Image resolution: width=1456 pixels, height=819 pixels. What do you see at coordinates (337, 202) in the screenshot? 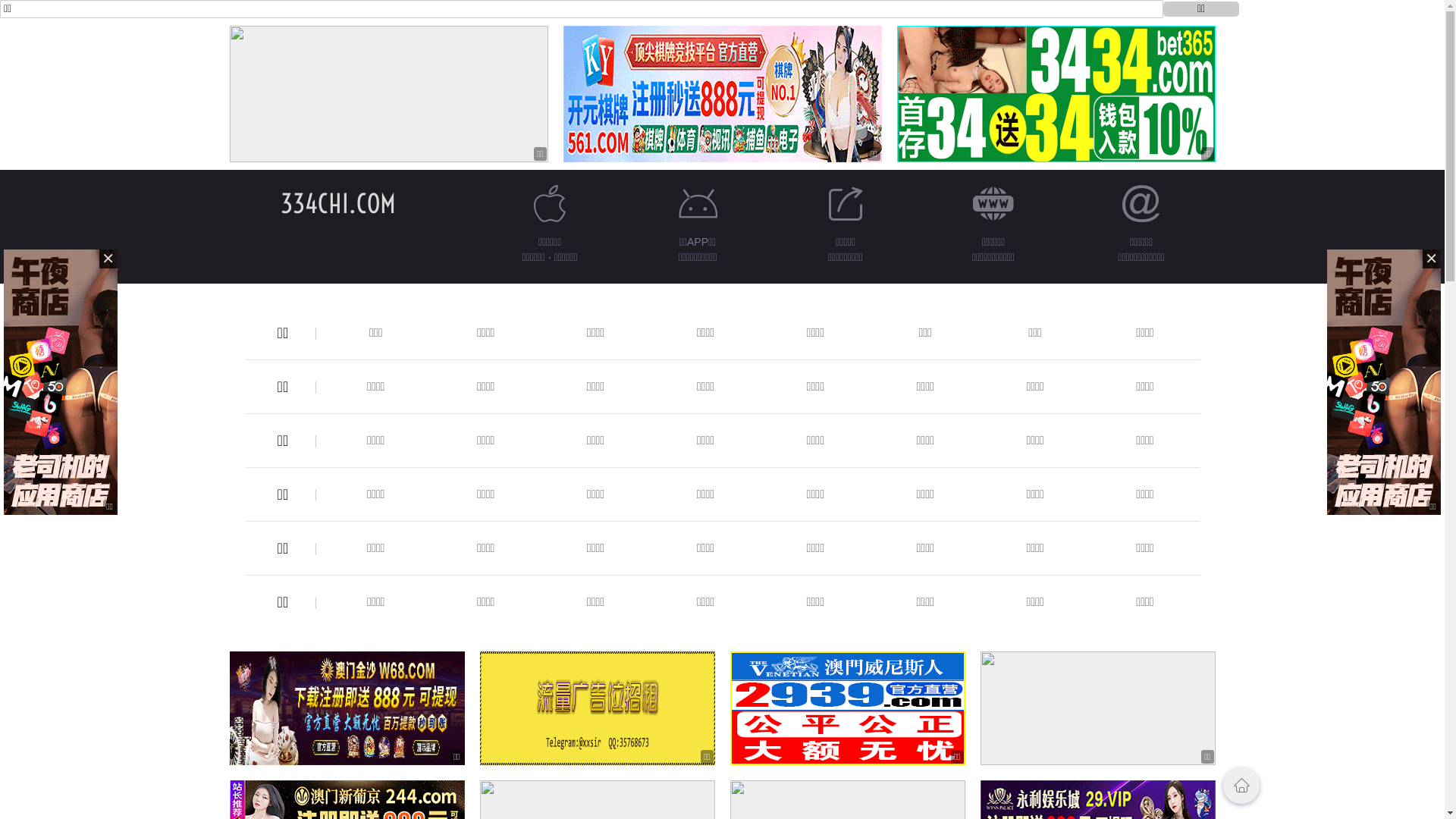
I see `'334CHI.COM'` at bounding box center [337, 202].